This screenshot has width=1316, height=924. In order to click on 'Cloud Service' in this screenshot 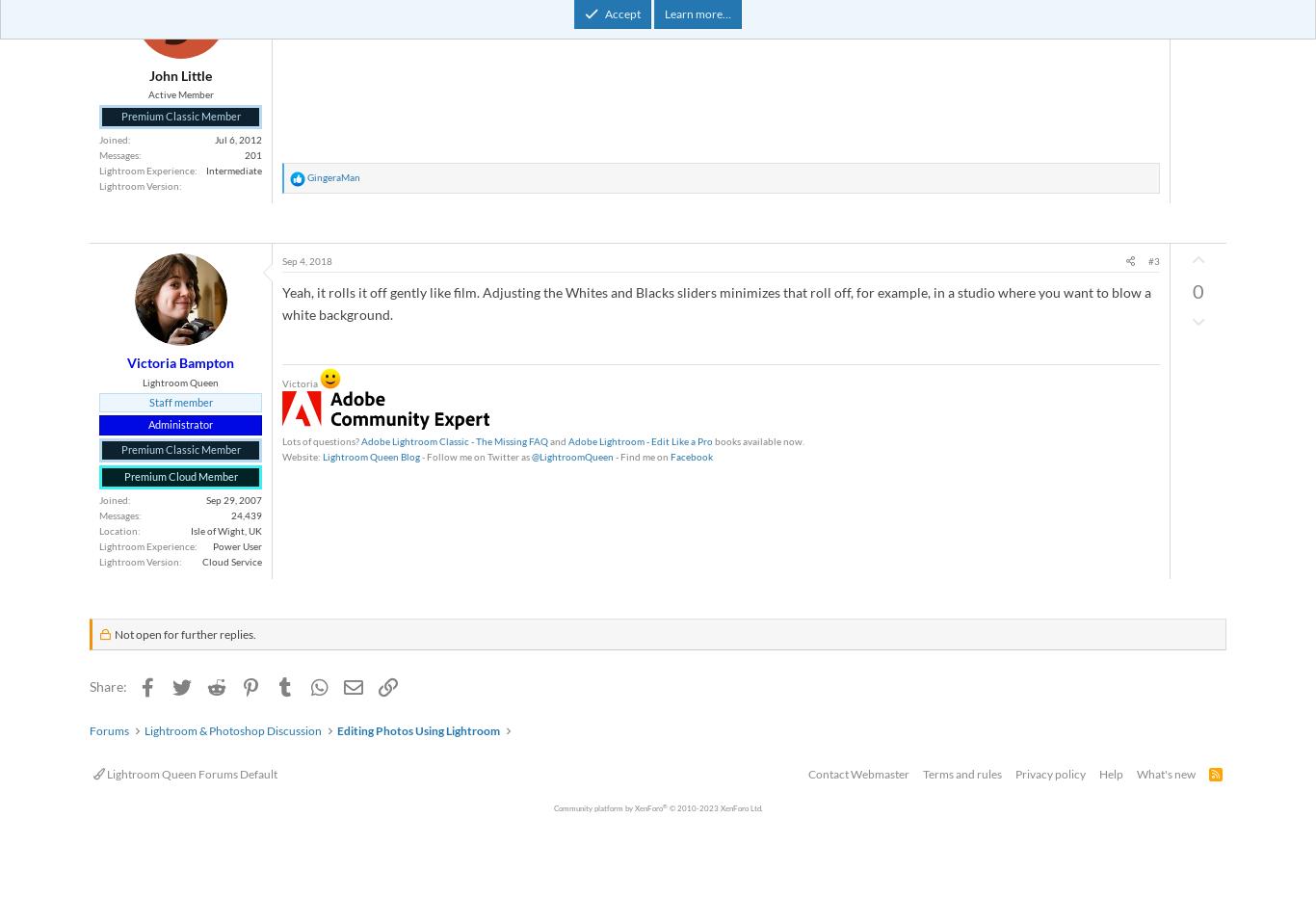, I will do `click(231, 560)`.